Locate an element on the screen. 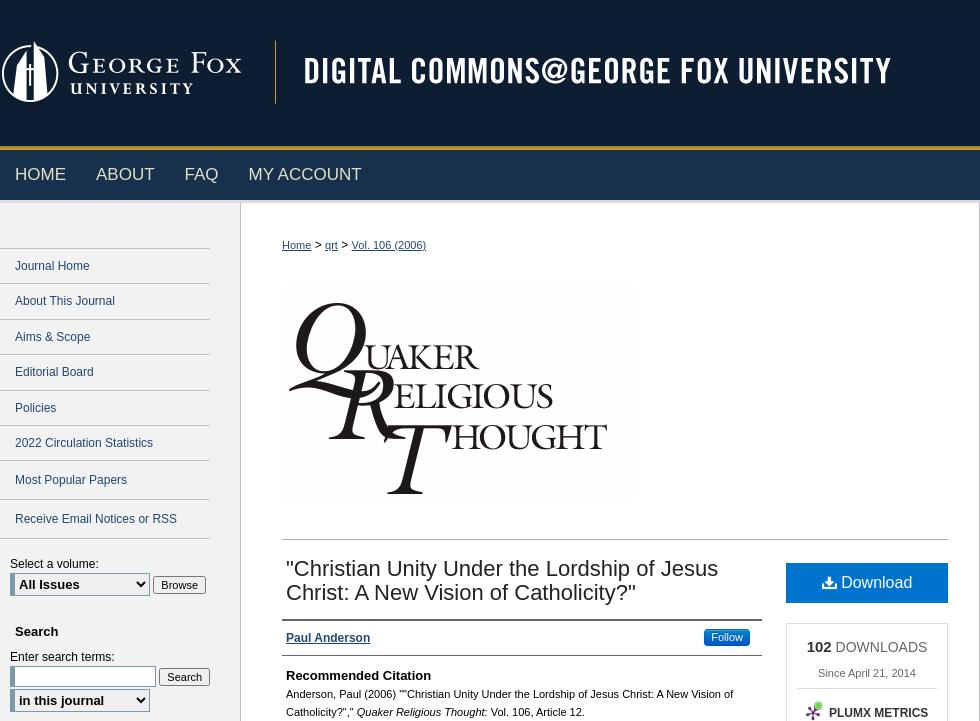 The height and width of the screenshot is (721, 980). '"Christian Unity Under the Lordship of Jesus Christ: A New Vision of Catholicity?"' is located at coordinates (285, 578).